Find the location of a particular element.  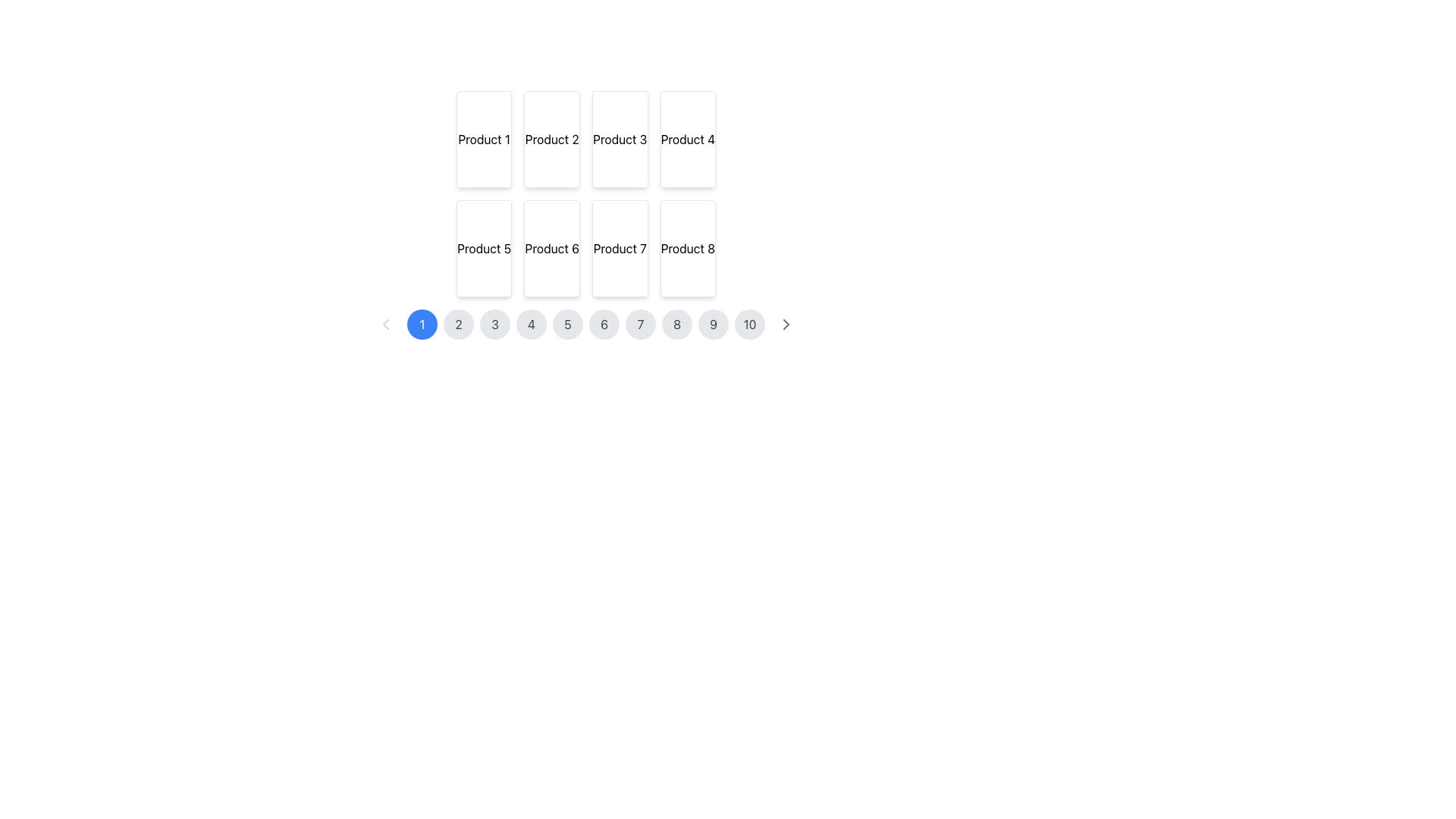

the Display card containing 'Product 3', which is the third item in the first row of a 4-column grid layout is located at coordinates (620, 140).